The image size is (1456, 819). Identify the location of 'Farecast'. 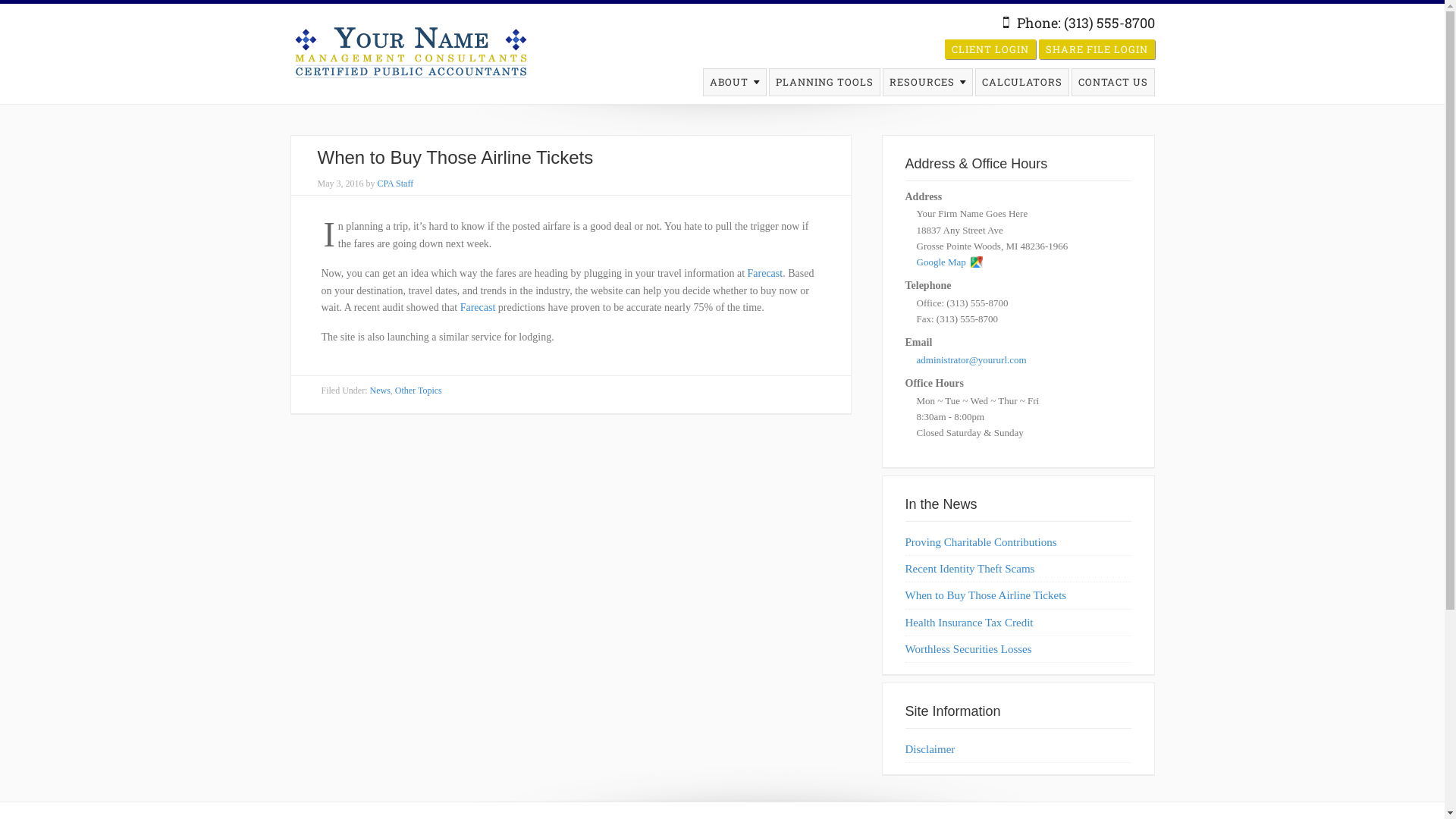
(477, 307).